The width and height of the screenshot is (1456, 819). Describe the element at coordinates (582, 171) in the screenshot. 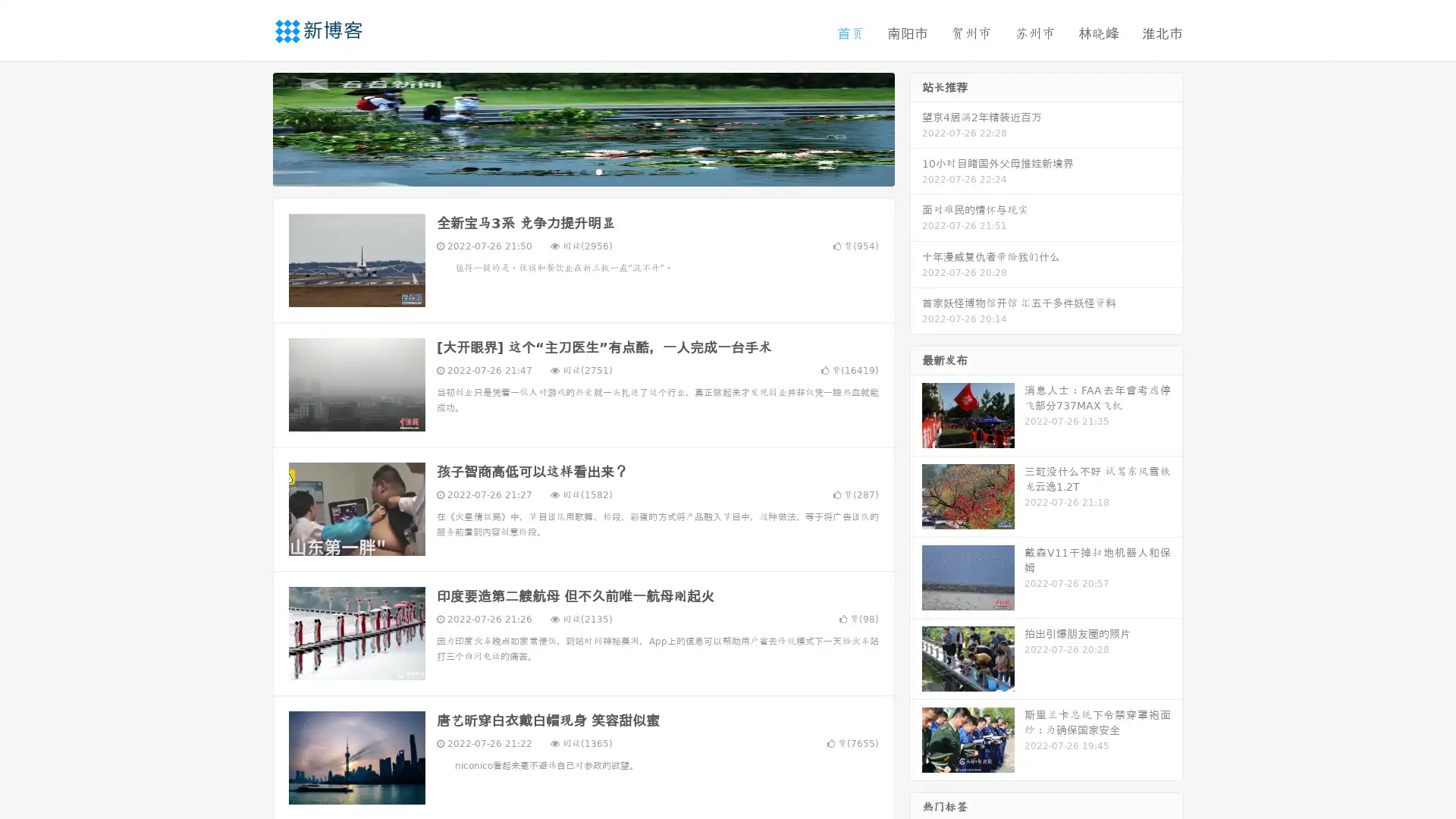

I see `Go to slide 2` at that location.